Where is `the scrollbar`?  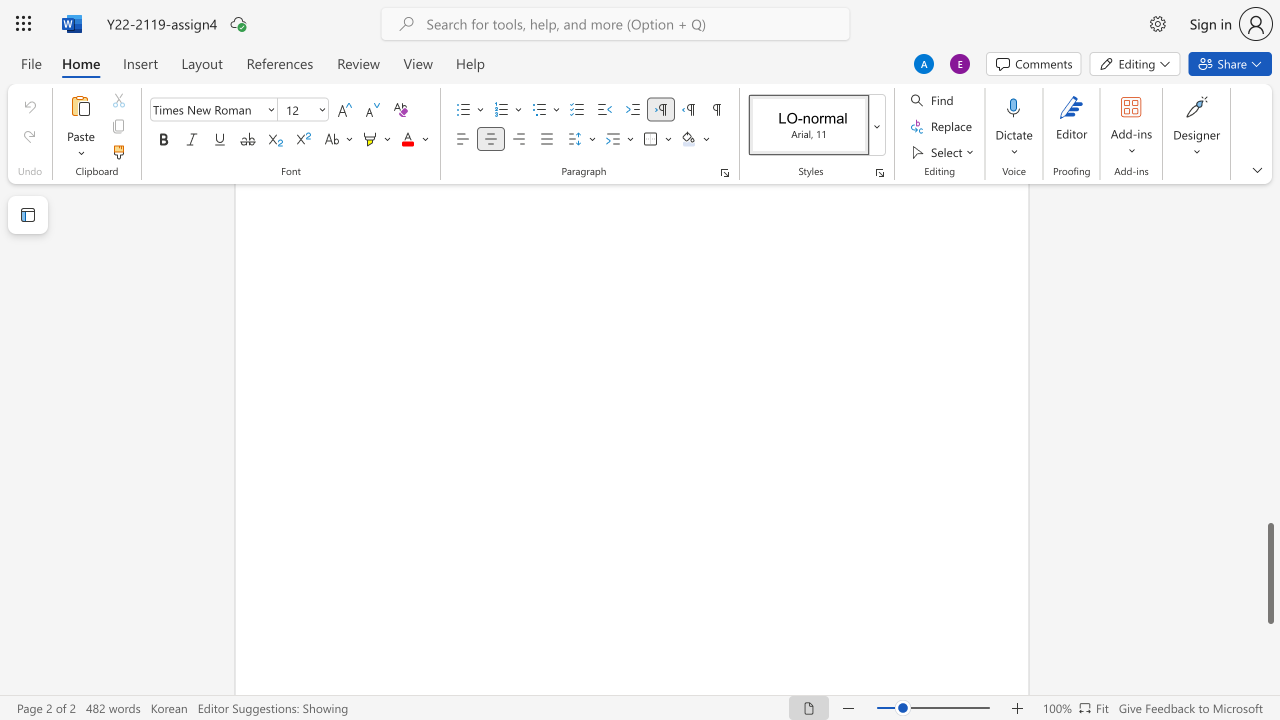 the scrollbar is located at coordinates (1269, 400).